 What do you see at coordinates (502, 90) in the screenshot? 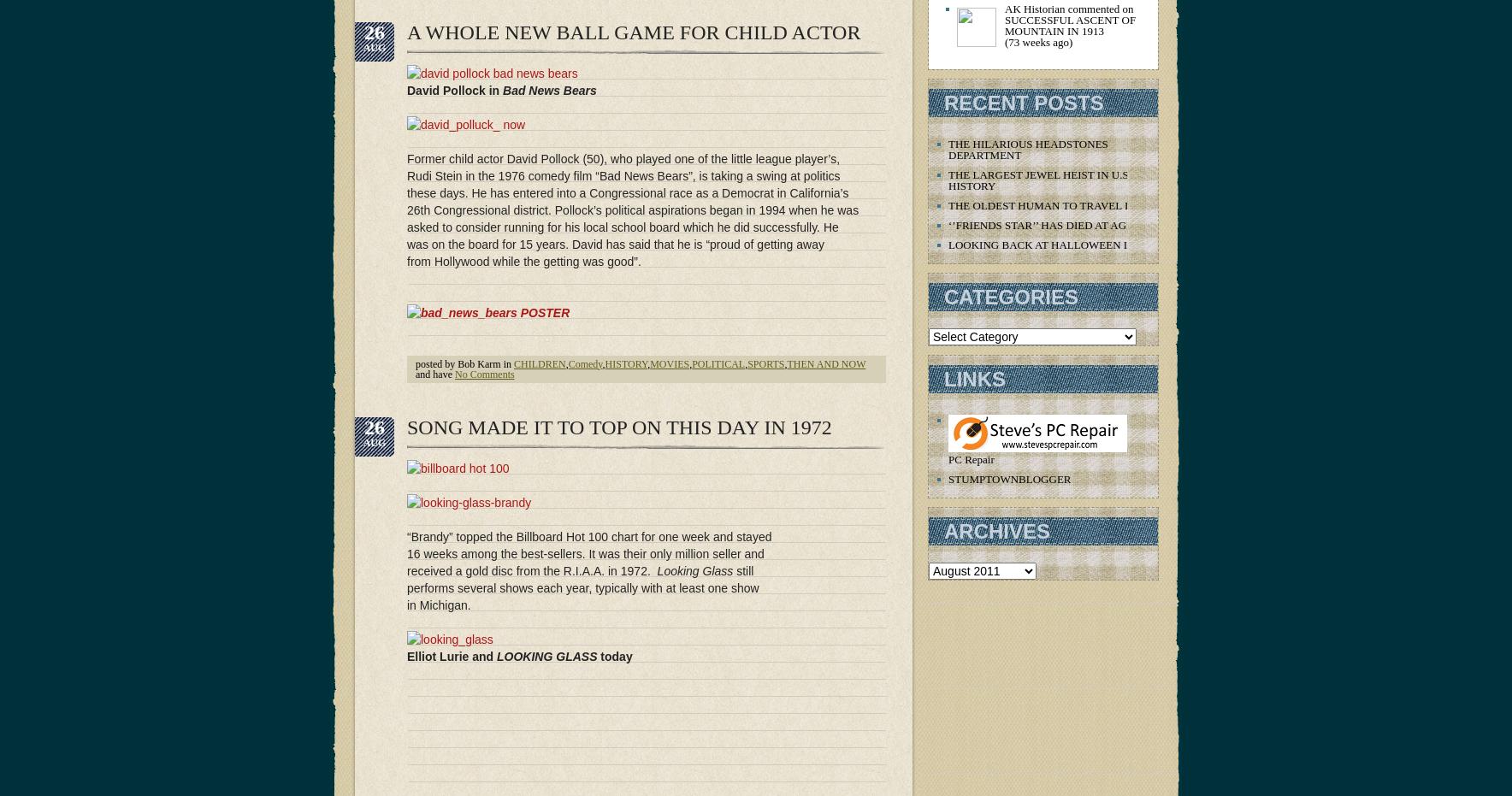
I see `'Bad News Bears'` at bounding box center [502, 90].